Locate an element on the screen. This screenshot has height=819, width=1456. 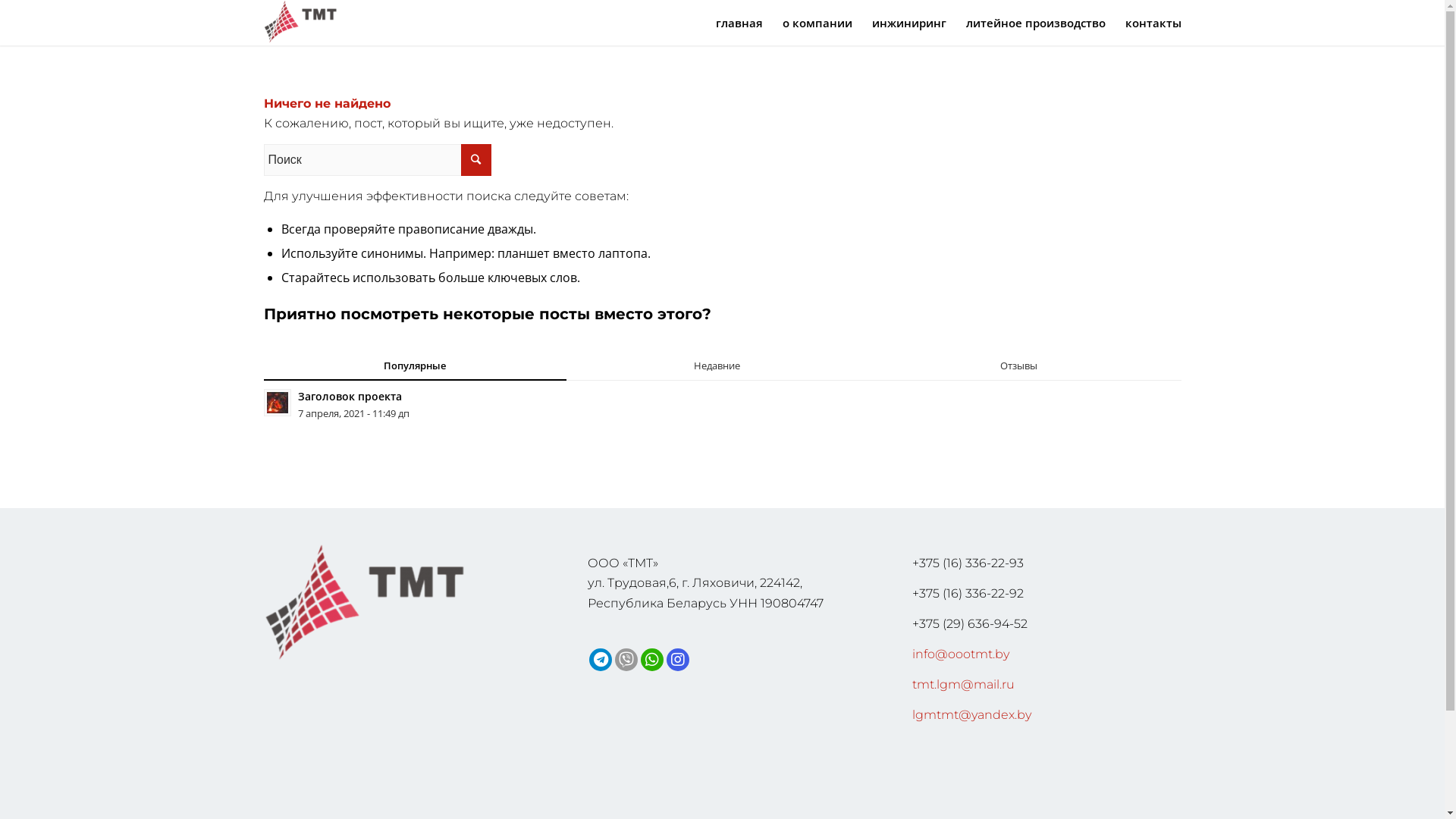
'Viber' is located at coordinates (615, 659).